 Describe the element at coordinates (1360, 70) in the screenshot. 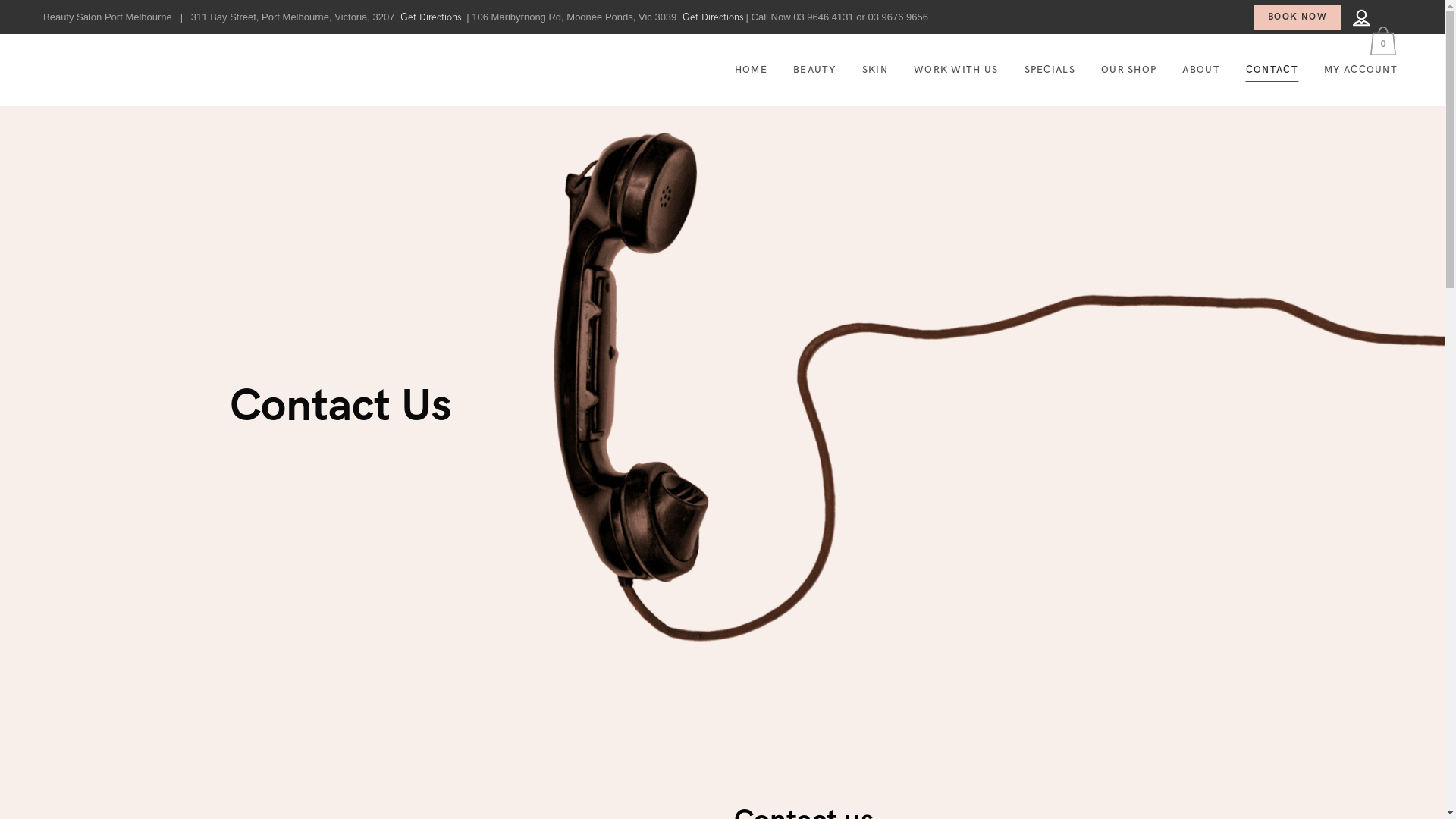

I see `'MY ACCOUNT'` at that location.